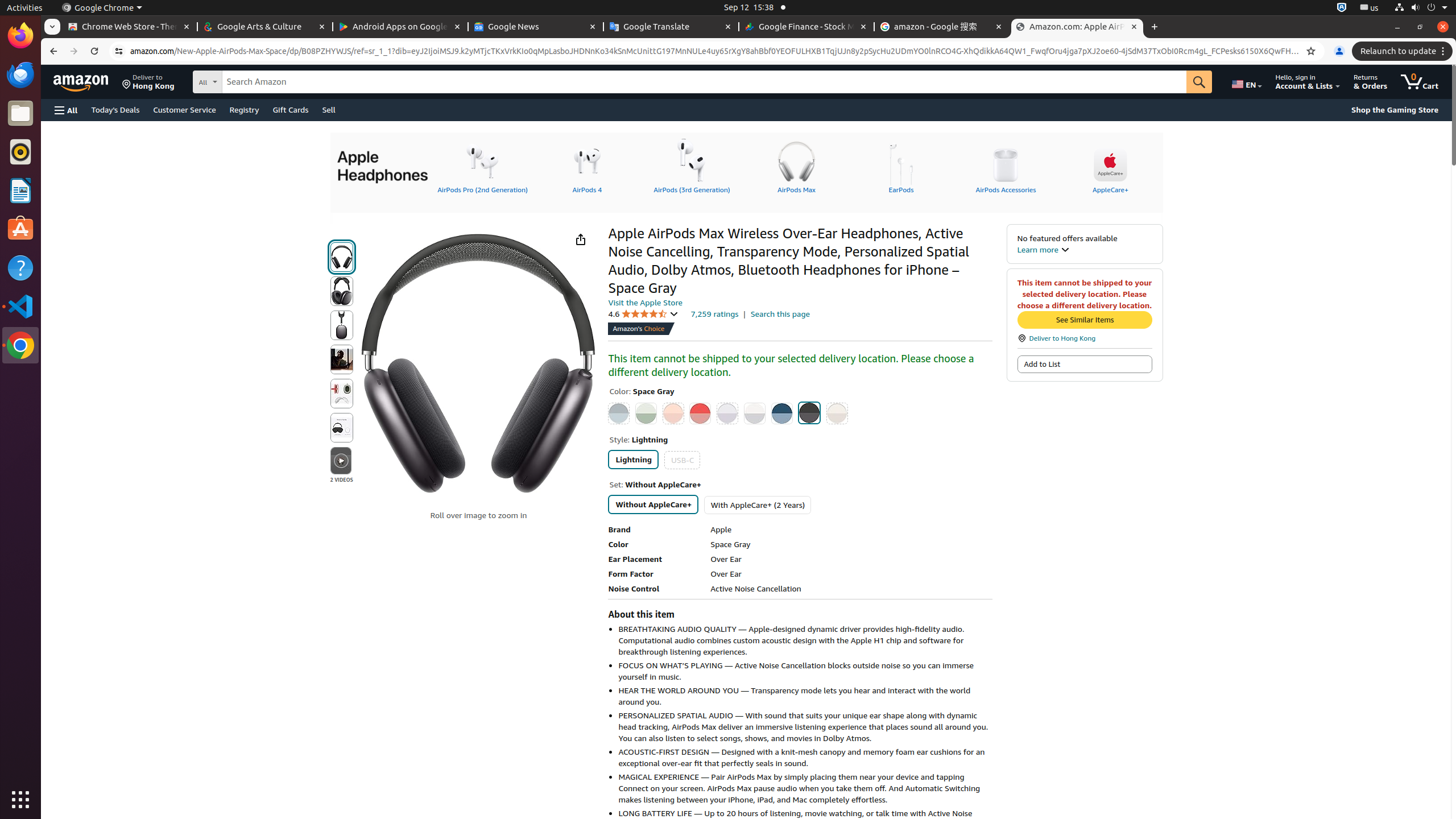 The image size is (1456, 819). I want to click on 'Space Gray', so click(809, 412).